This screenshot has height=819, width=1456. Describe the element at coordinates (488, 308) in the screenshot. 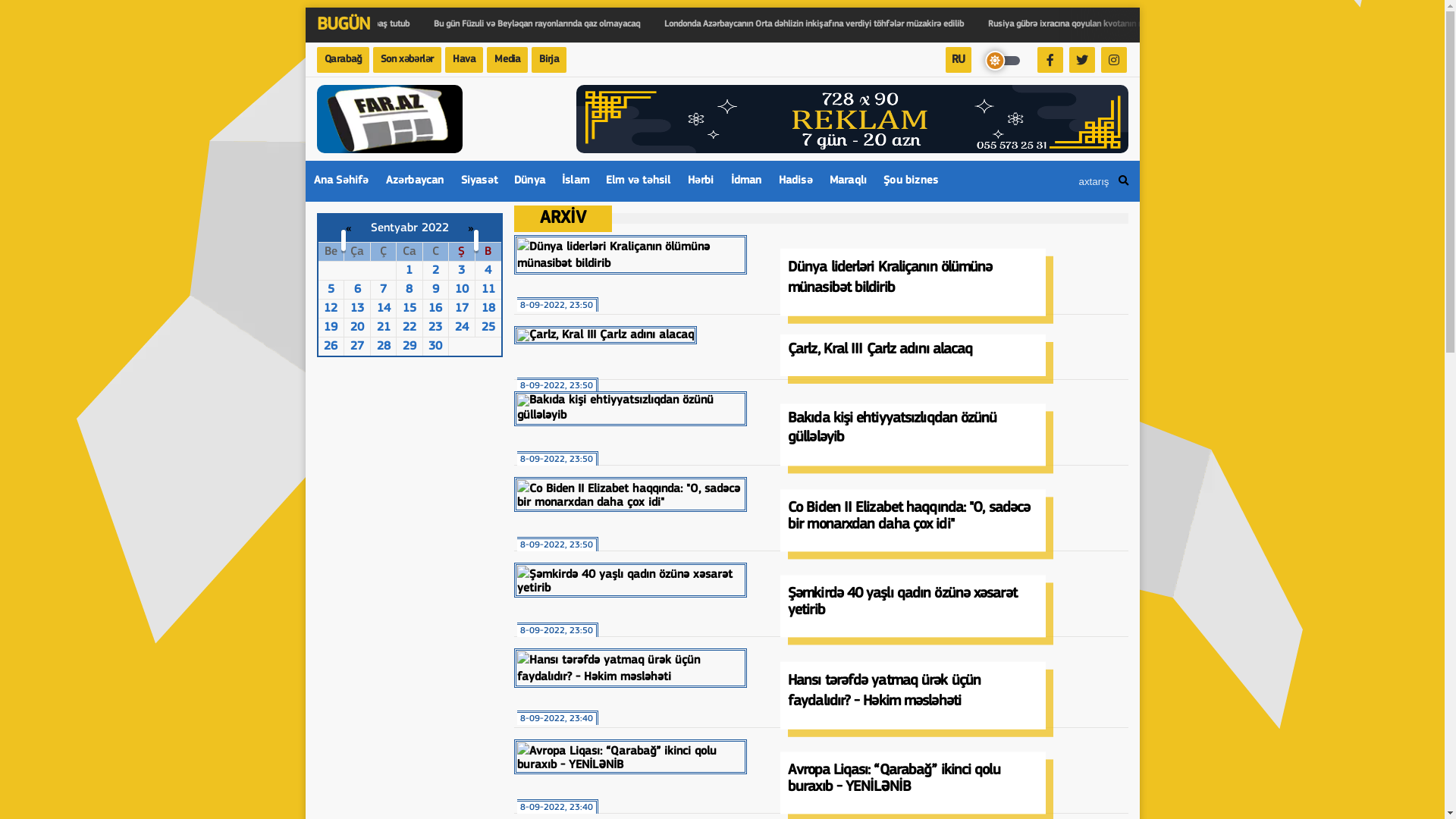

I see `'18'` at that location.